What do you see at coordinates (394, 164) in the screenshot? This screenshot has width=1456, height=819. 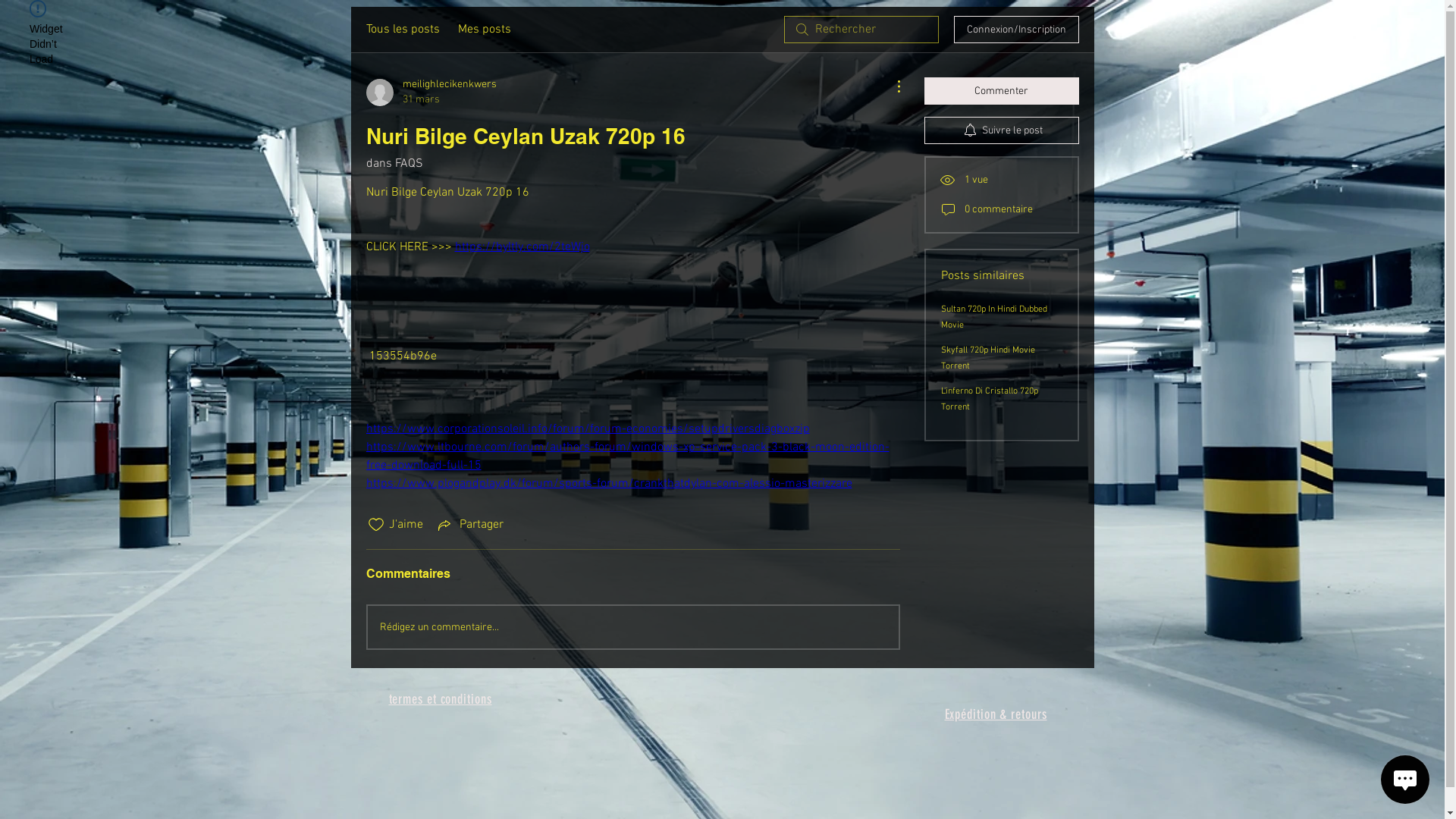 I see `'dans FAQS'` at bounding box center [394, 164].